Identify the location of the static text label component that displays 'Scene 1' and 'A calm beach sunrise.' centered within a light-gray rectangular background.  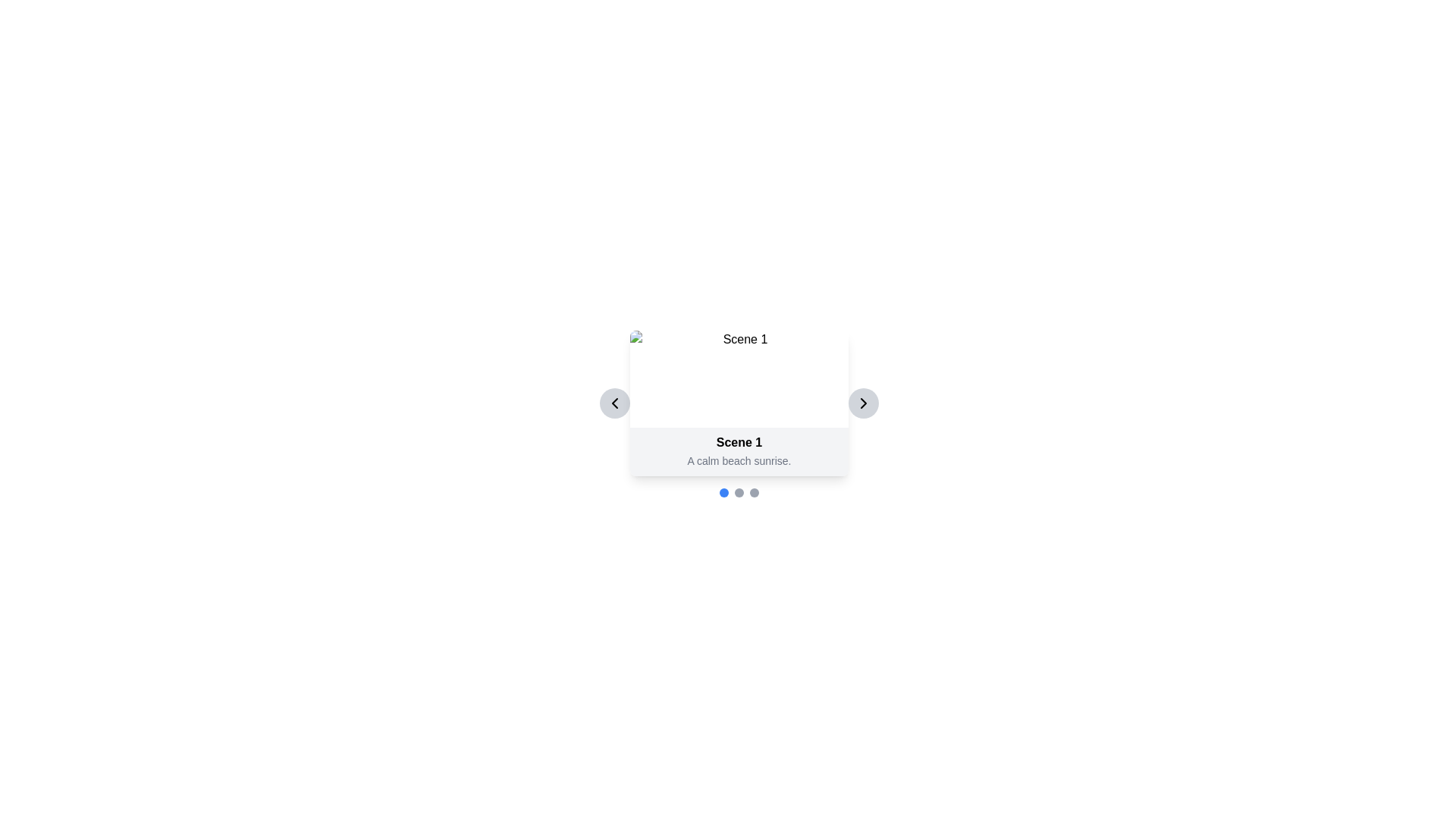
(739, 451).